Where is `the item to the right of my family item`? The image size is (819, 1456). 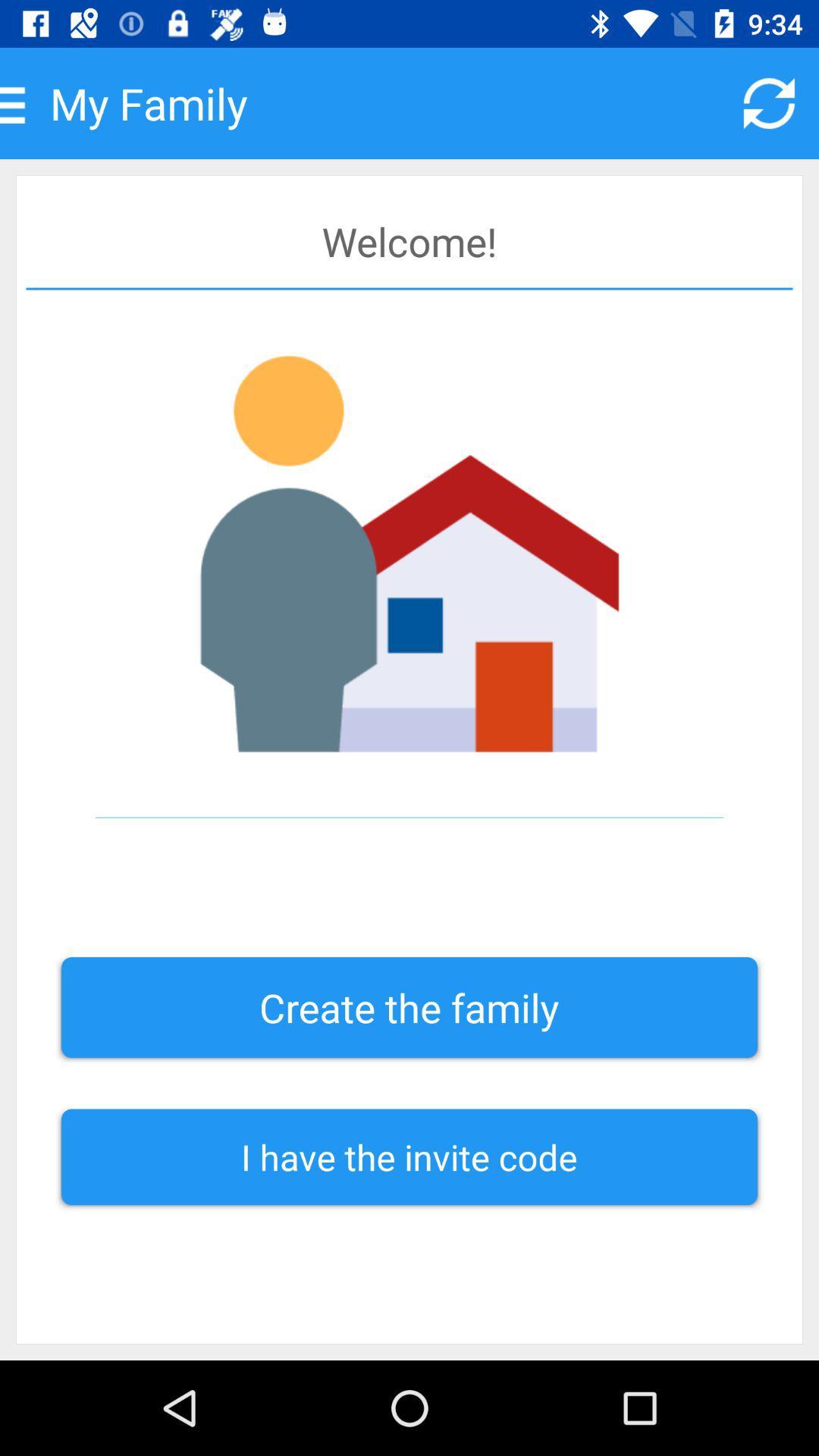 the item to the right of my family item is located at coordinates (769, 102).